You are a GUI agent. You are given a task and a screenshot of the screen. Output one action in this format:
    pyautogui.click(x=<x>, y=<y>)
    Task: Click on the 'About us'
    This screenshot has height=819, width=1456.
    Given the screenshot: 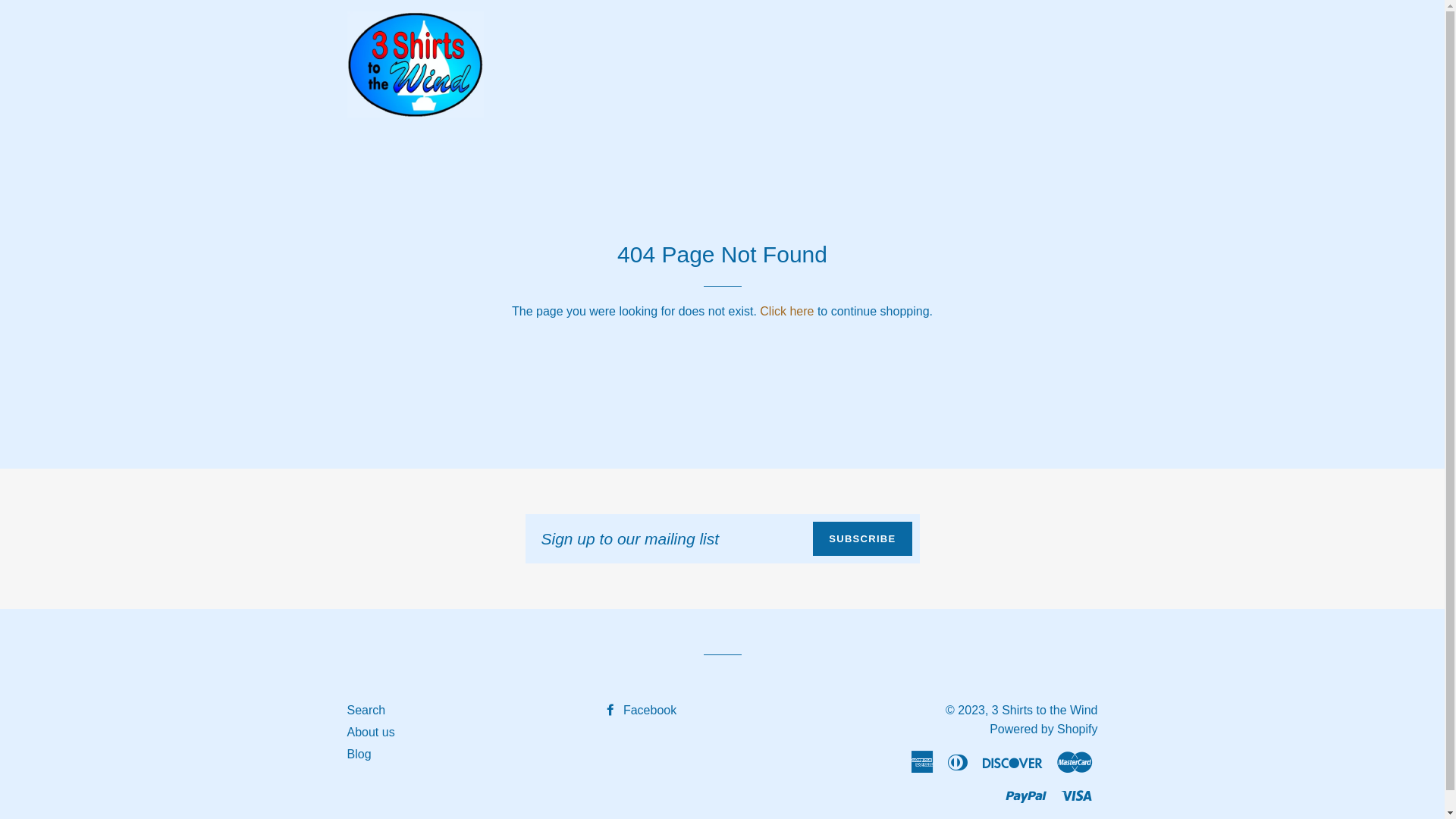 What is the action you would take?
    pyautogui.click(x=346, y=731)
    